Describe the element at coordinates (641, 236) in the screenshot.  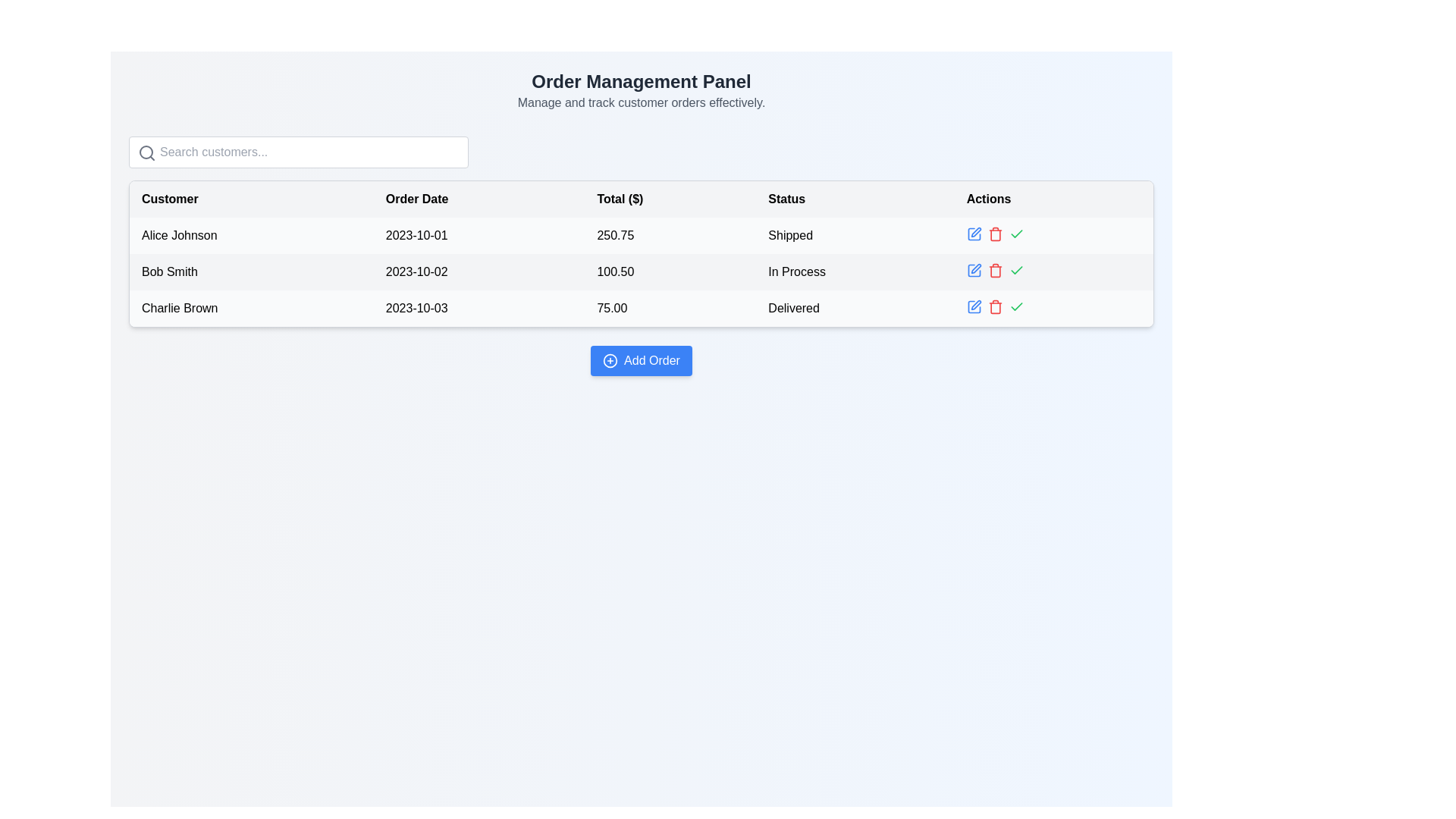
I see `the individual elements within the first row of the data grid, which contains details such as name, date, monetary value, and status` at that location.